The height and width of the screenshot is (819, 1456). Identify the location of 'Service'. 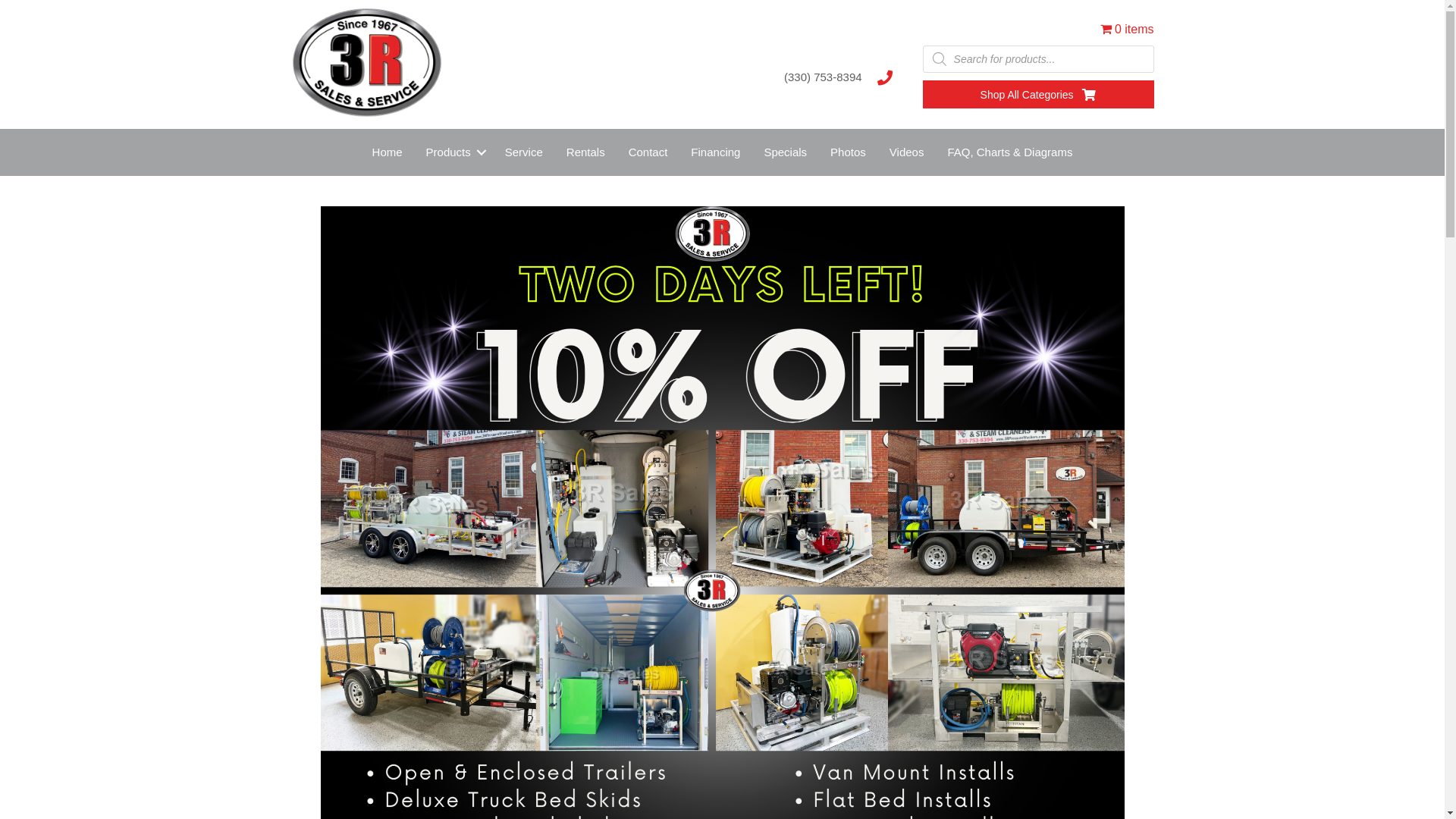
(524, 152).